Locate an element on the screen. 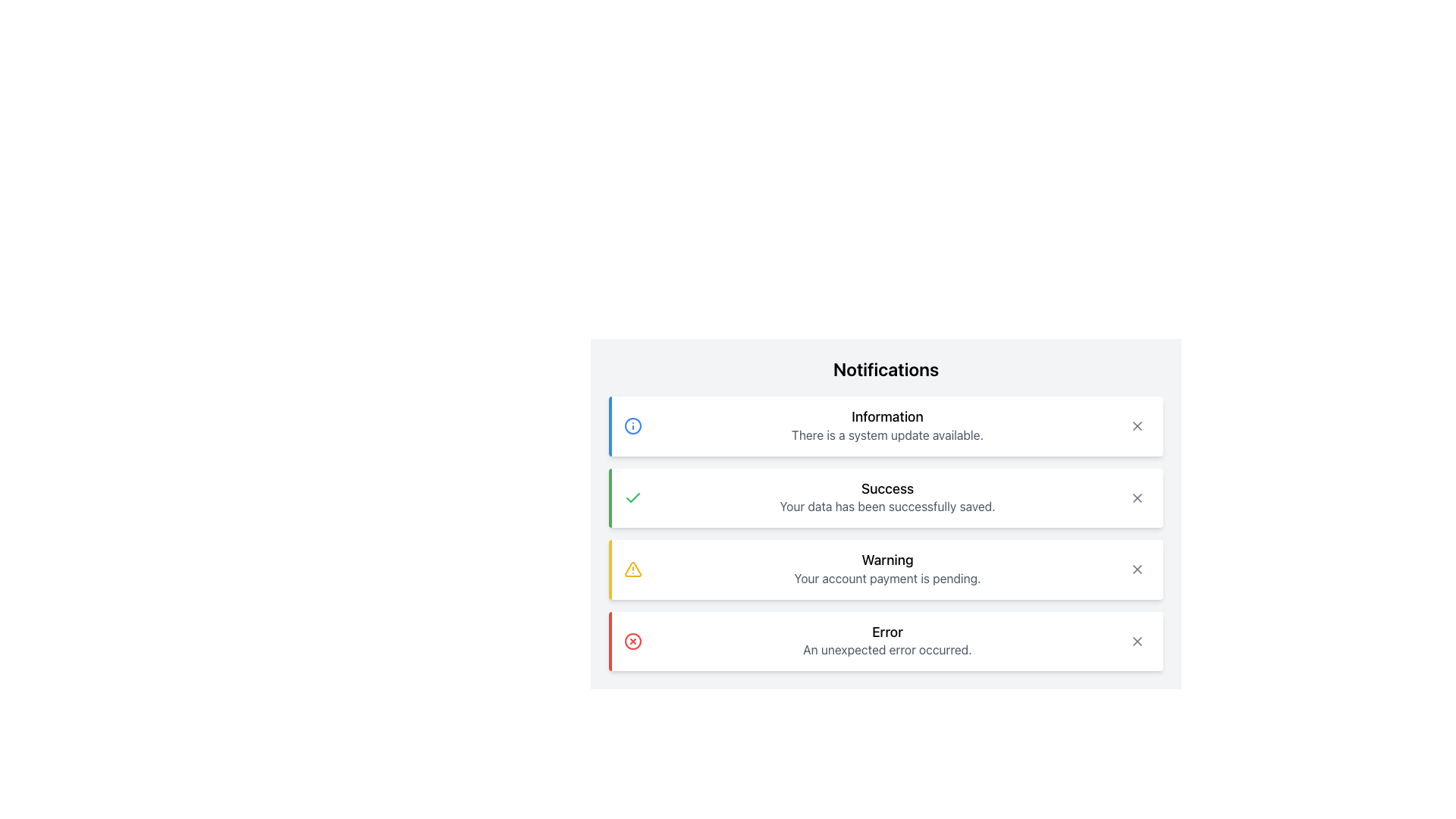  informational text label located in the 'Information' notification box, which provides details about the availability of a system update is located at coordinates (887, 435).